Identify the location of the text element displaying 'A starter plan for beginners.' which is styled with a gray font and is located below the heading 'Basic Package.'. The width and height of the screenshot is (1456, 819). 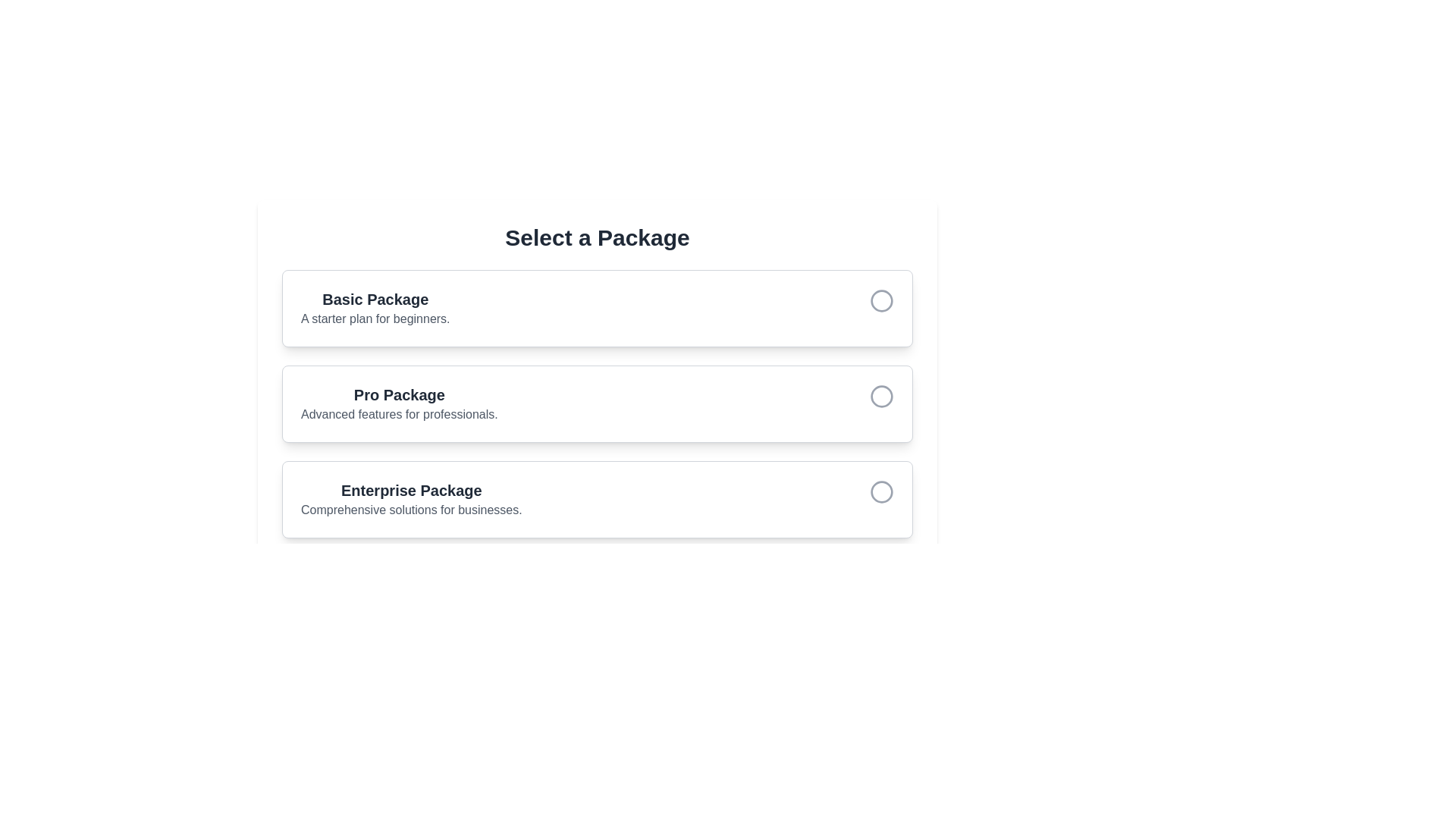
(375, 318).